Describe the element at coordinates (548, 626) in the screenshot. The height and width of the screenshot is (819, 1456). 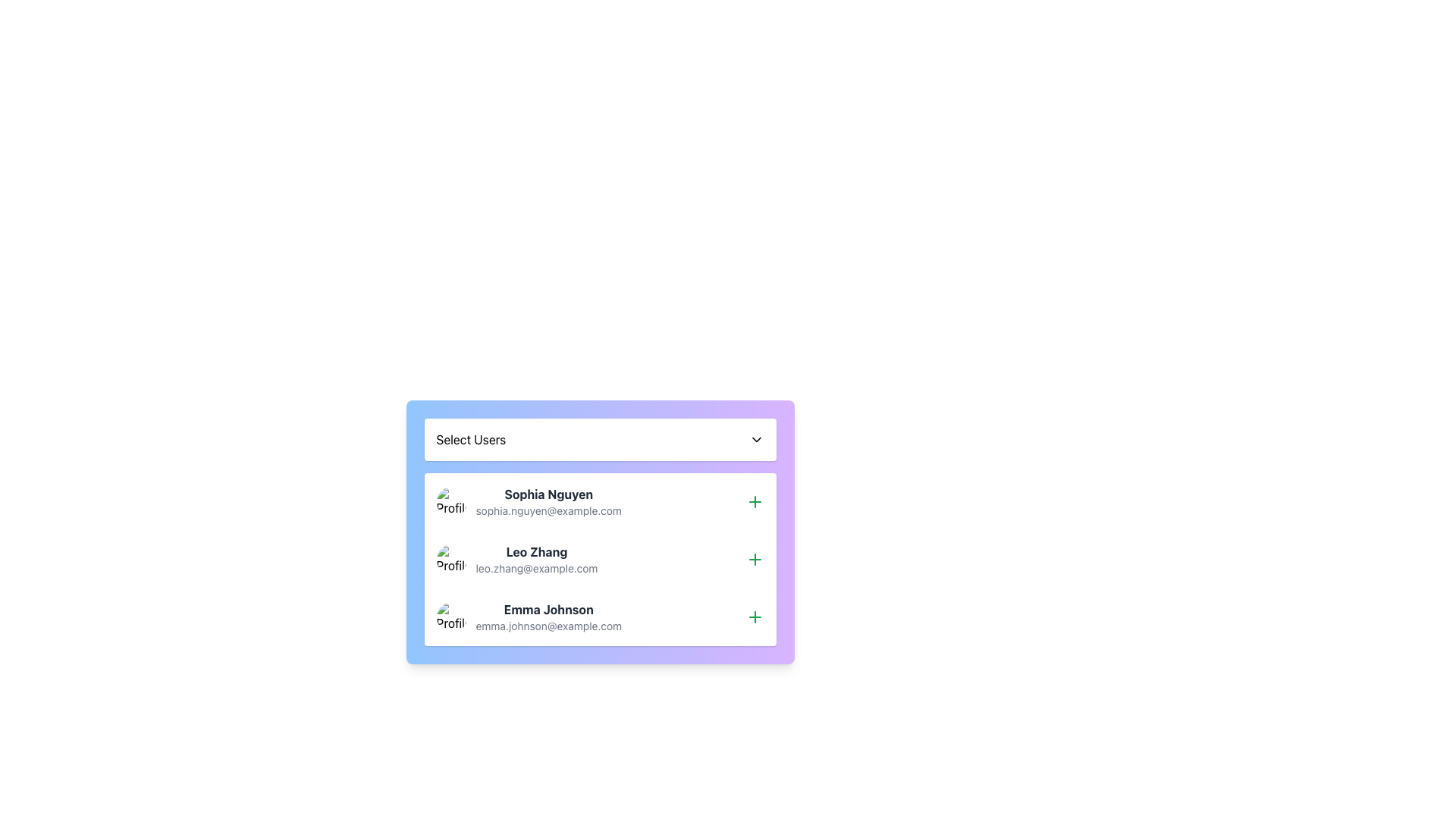
I see `the email address text 'emma.johnson@example.com', which is styled in a smaller, light gray font and located below the name 'Emma Johnson' within a user block` at that location.